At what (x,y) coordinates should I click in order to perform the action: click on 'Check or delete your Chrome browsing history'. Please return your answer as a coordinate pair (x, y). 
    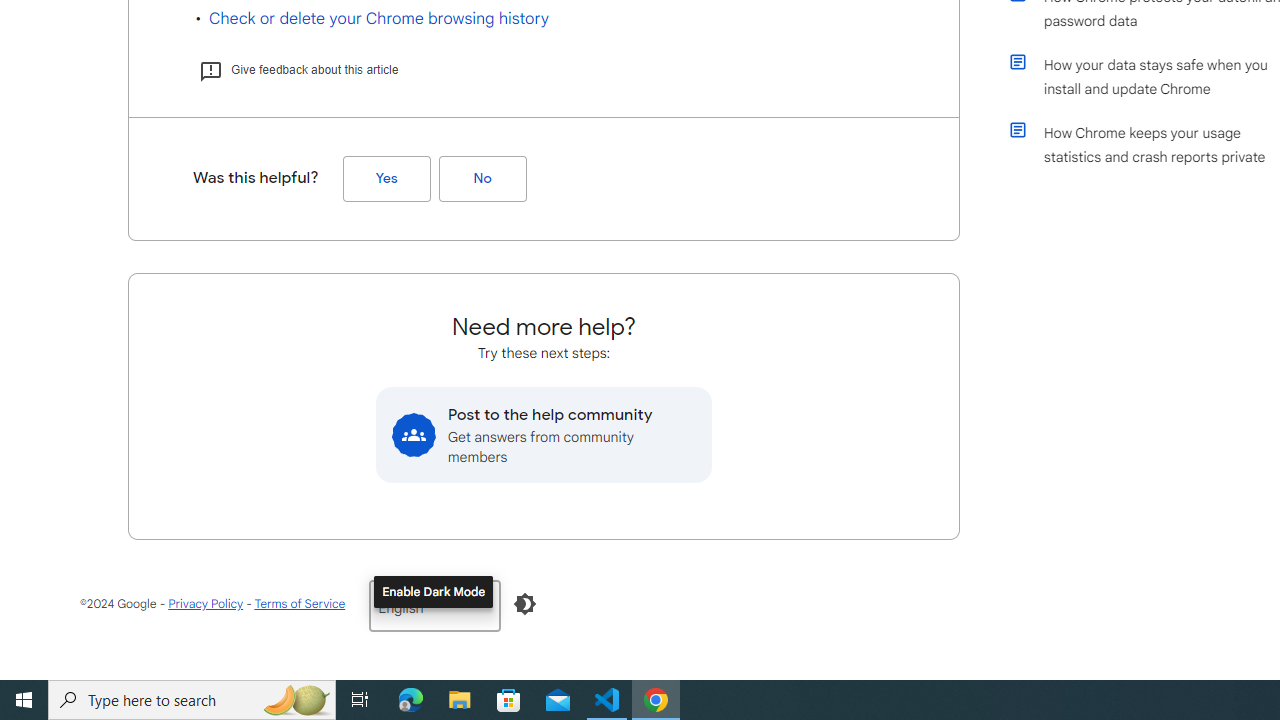
    Looking at the image, I should click on (379, 18).